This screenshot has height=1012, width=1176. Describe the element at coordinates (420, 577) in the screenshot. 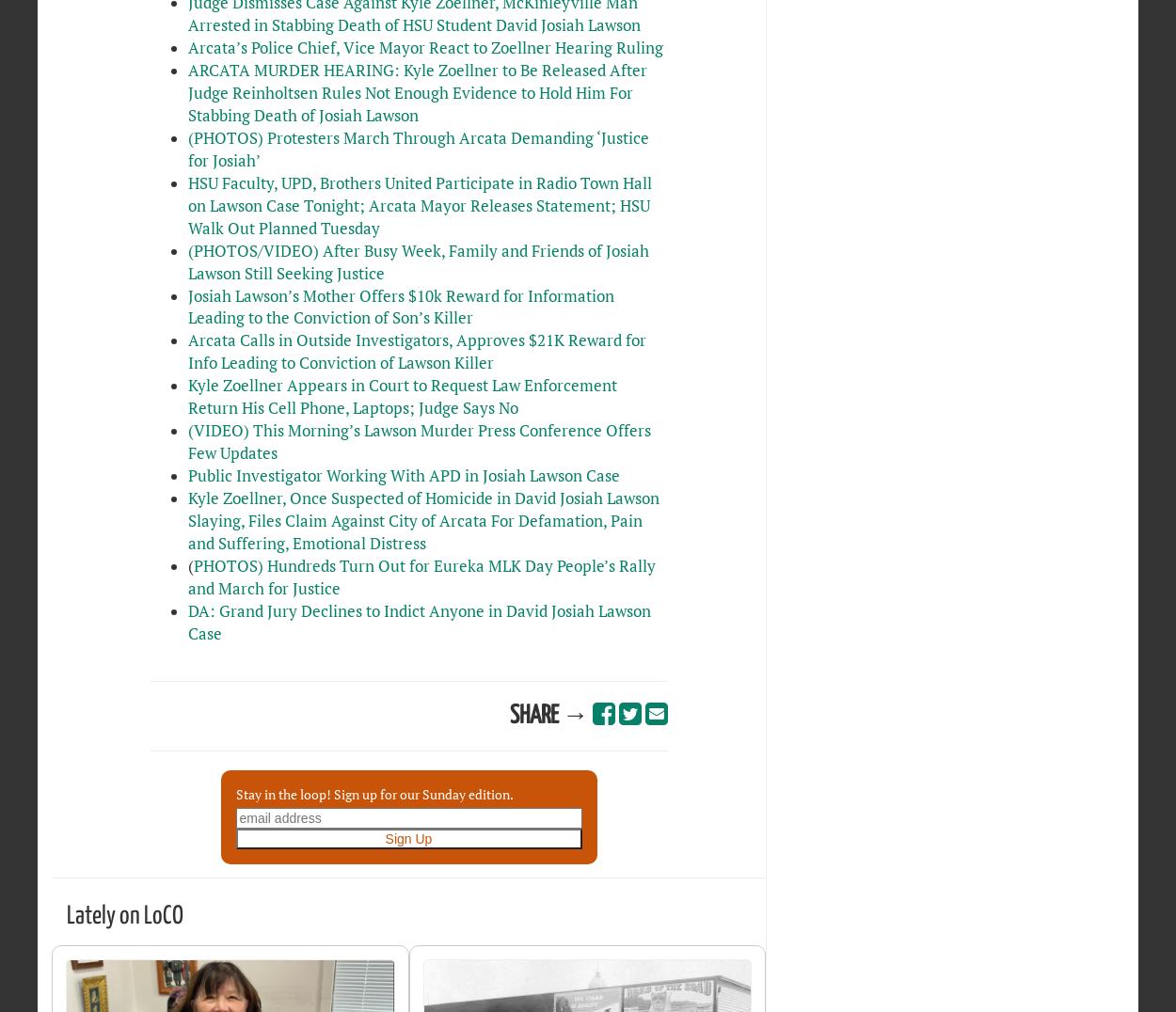

I see `'PHOTOS) Hundreds Turn Out for Eureka MLK Day People’s Rally and March for Justice'` at that location.